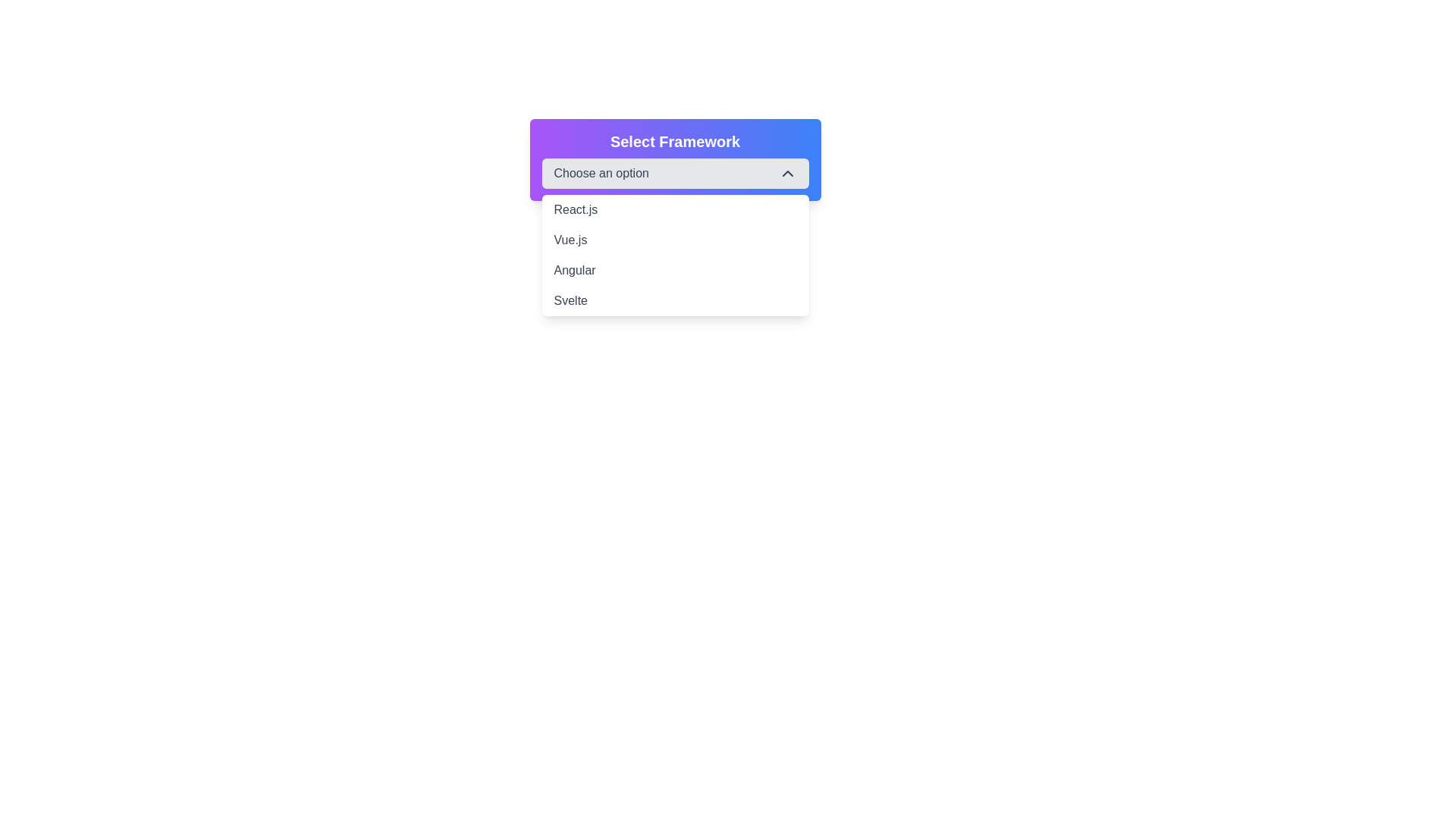 The height and width of the screenshot is (819, 1456). Describe the element at coordinates (674, 270) in the screenshot. I see `the 'Angular' menu option in the dropdown list` at that location.